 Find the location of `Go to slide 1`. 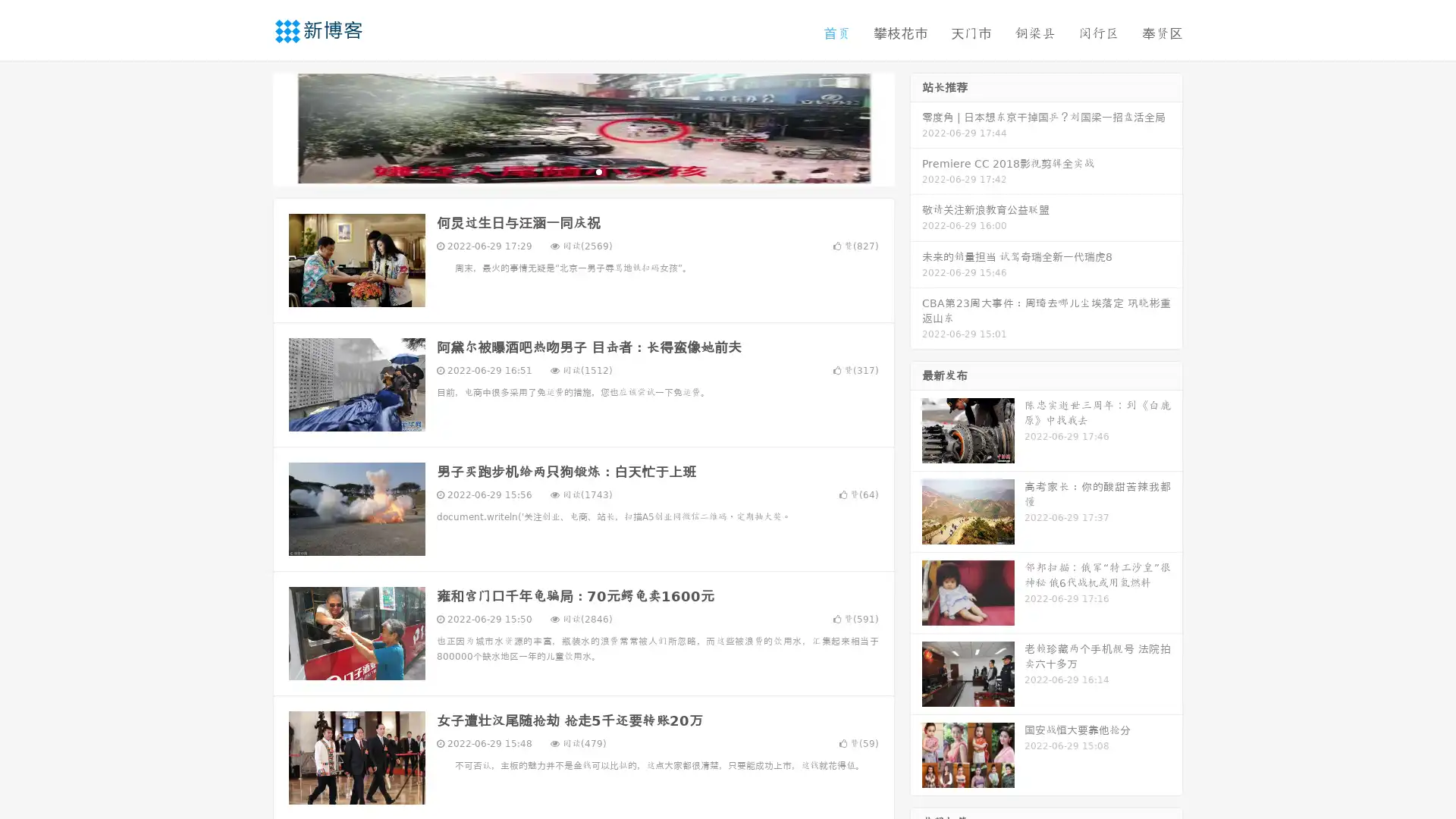

Go to slide 1 is located at coordinates (567, 171).